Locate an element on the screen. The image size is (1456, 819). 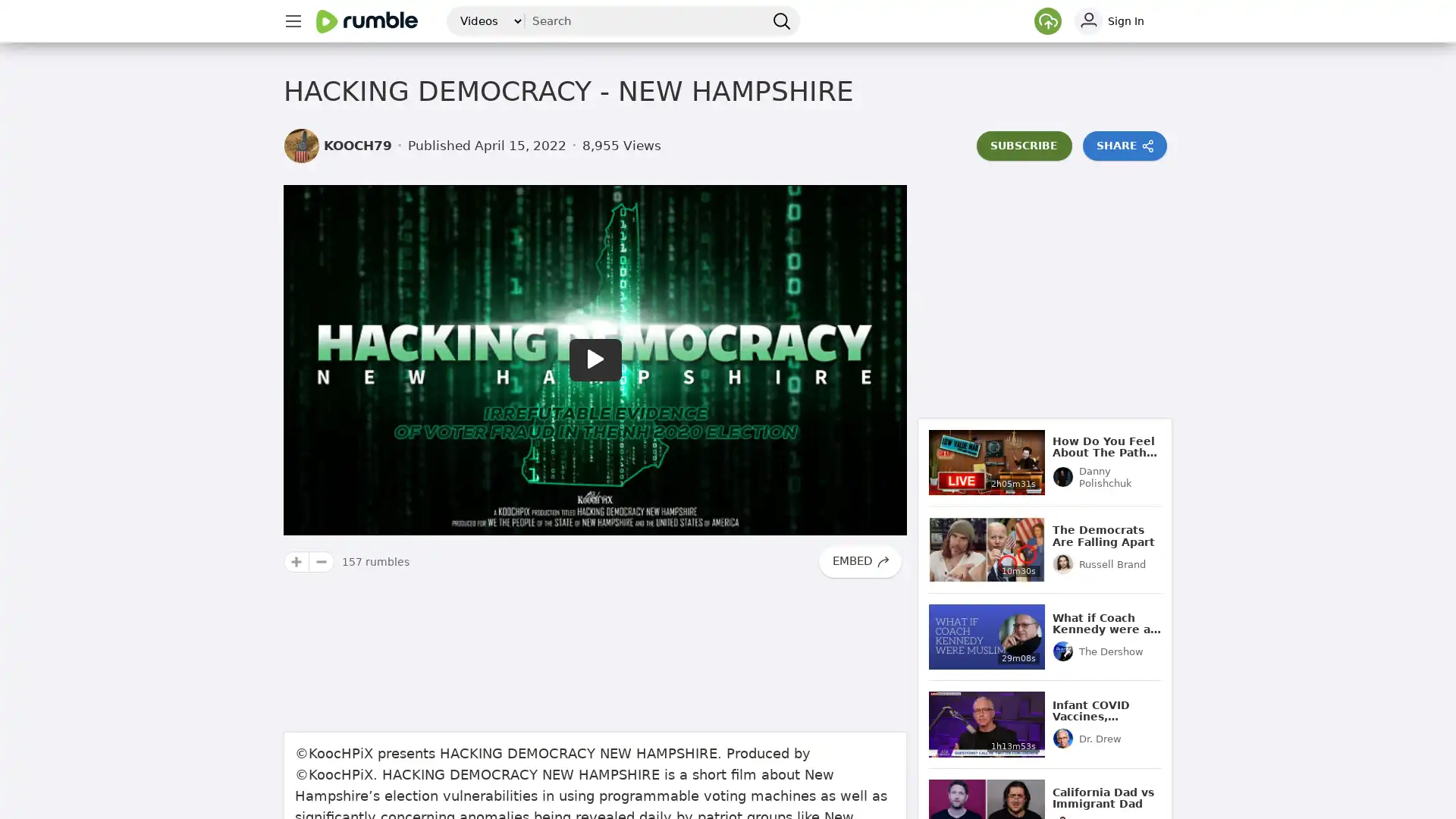
Rumbles up vote is located at coordinates (296, 561).